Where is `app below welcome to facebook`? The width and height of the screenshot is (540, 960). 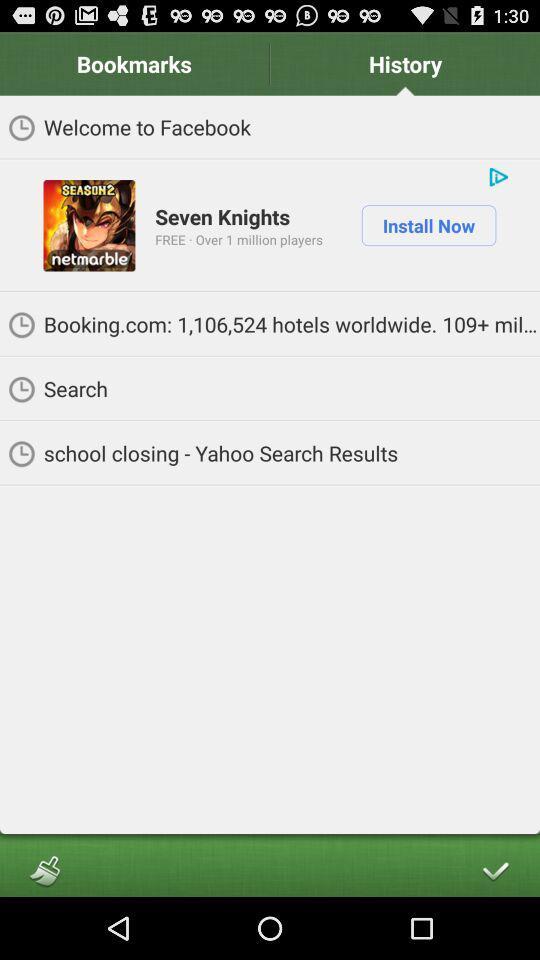
app below welcome to facebook is located at coordinates (88, 225).